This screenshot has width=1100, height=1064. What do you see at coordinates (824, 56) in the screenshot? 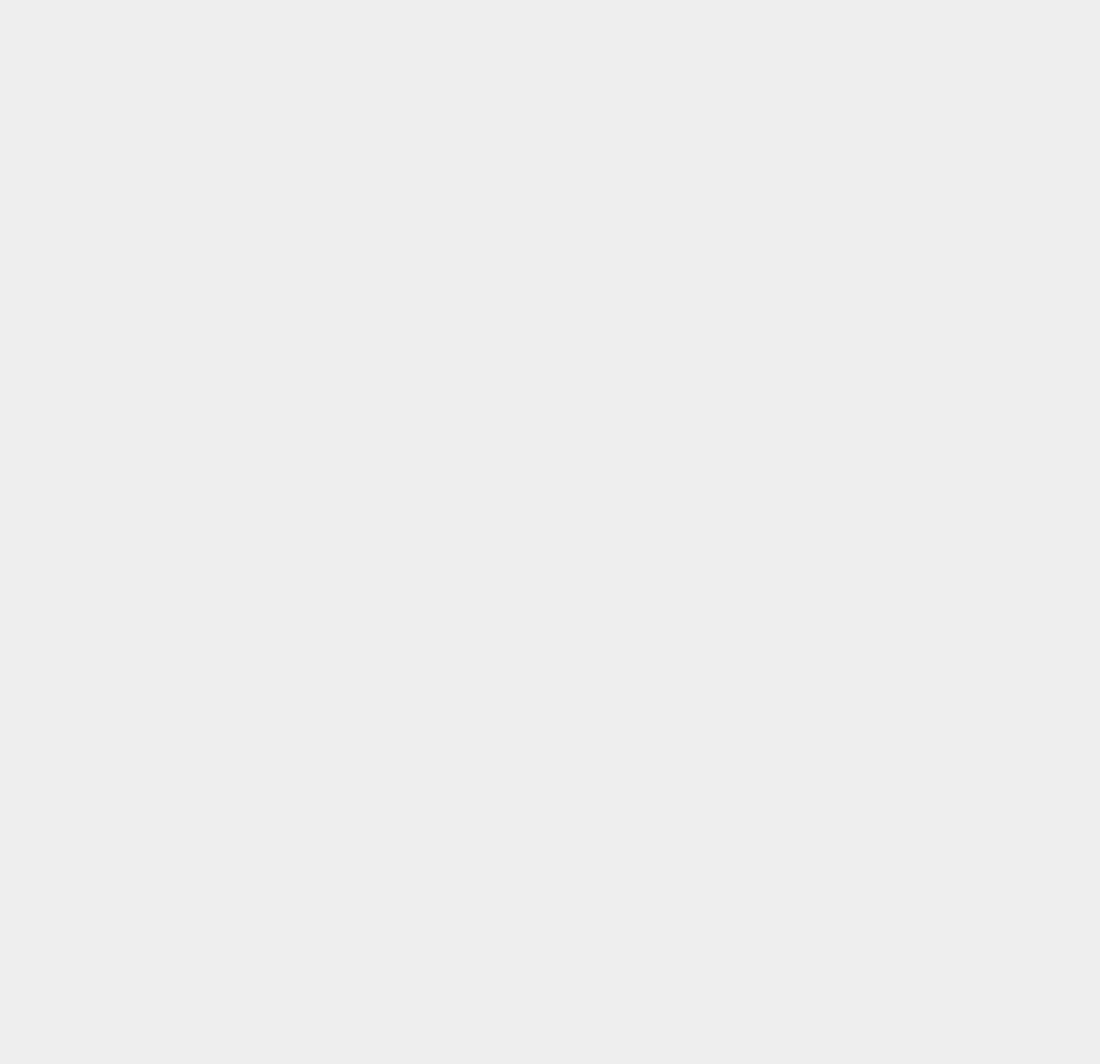
I see `'Windows 8 Pro'` at bounding box center [824, 56].